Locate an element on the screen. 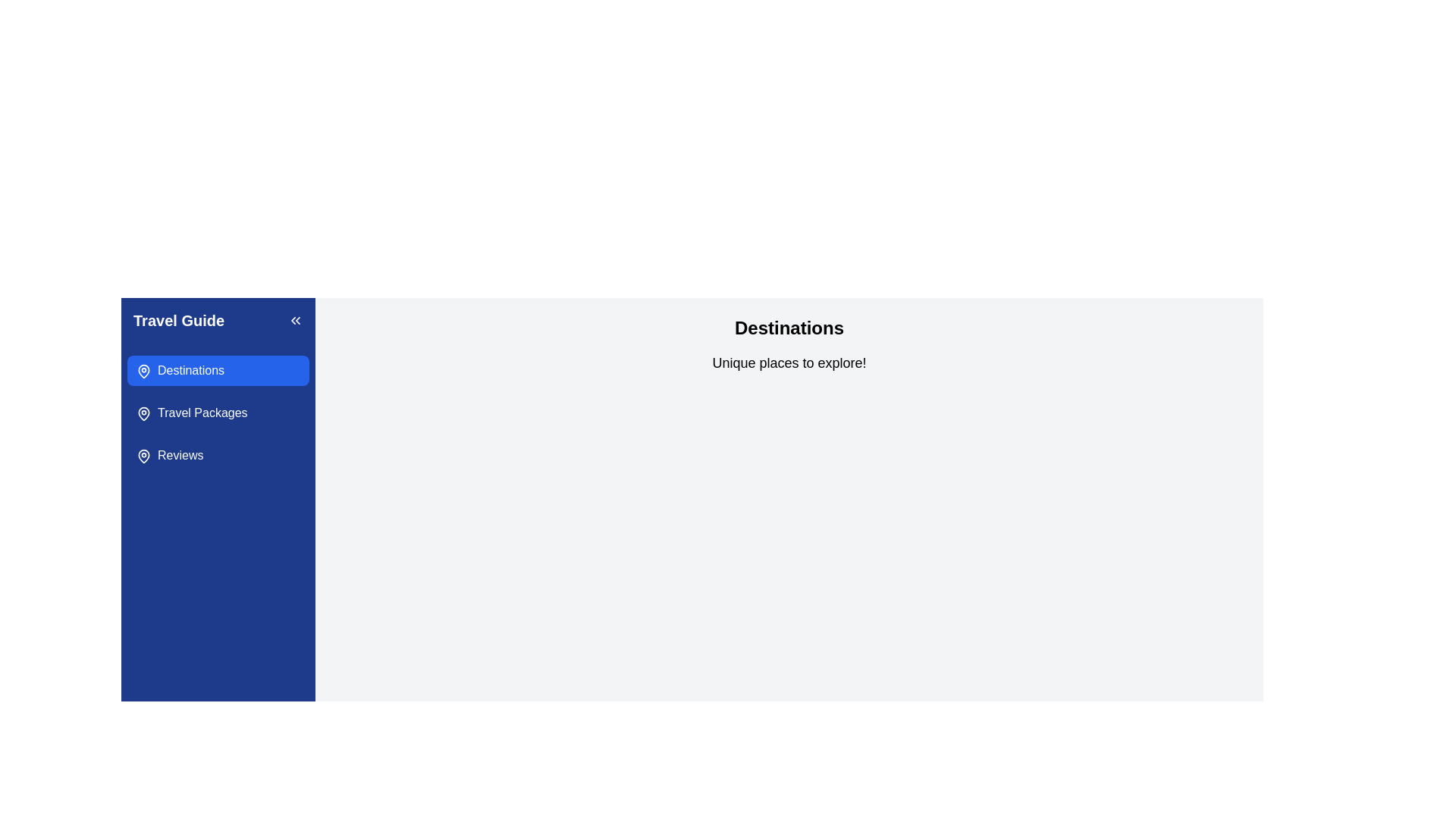  text label or hyperlink for the 'Reviews' section located in the sidebar navigation menu under 'Travel Guide', which is the third item in the vertical list is located at coordinates (180, 454).